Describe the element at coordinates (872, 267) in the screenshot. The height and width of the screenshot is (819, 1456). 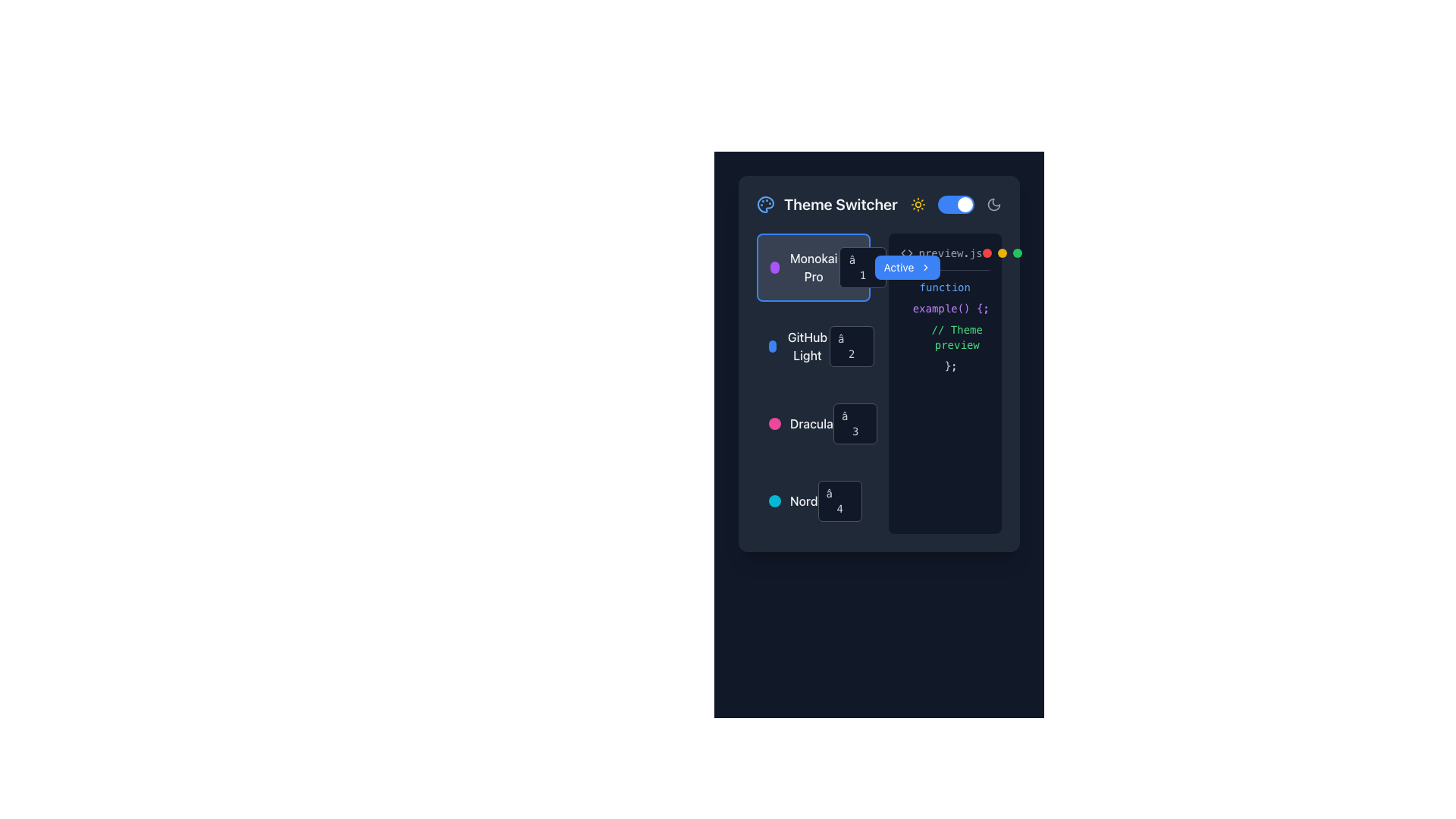
I see `the label containing the text '⌘ 1' with a dark background and rounded corners, located to the right of the 'Monokai Pro' item` at that location.